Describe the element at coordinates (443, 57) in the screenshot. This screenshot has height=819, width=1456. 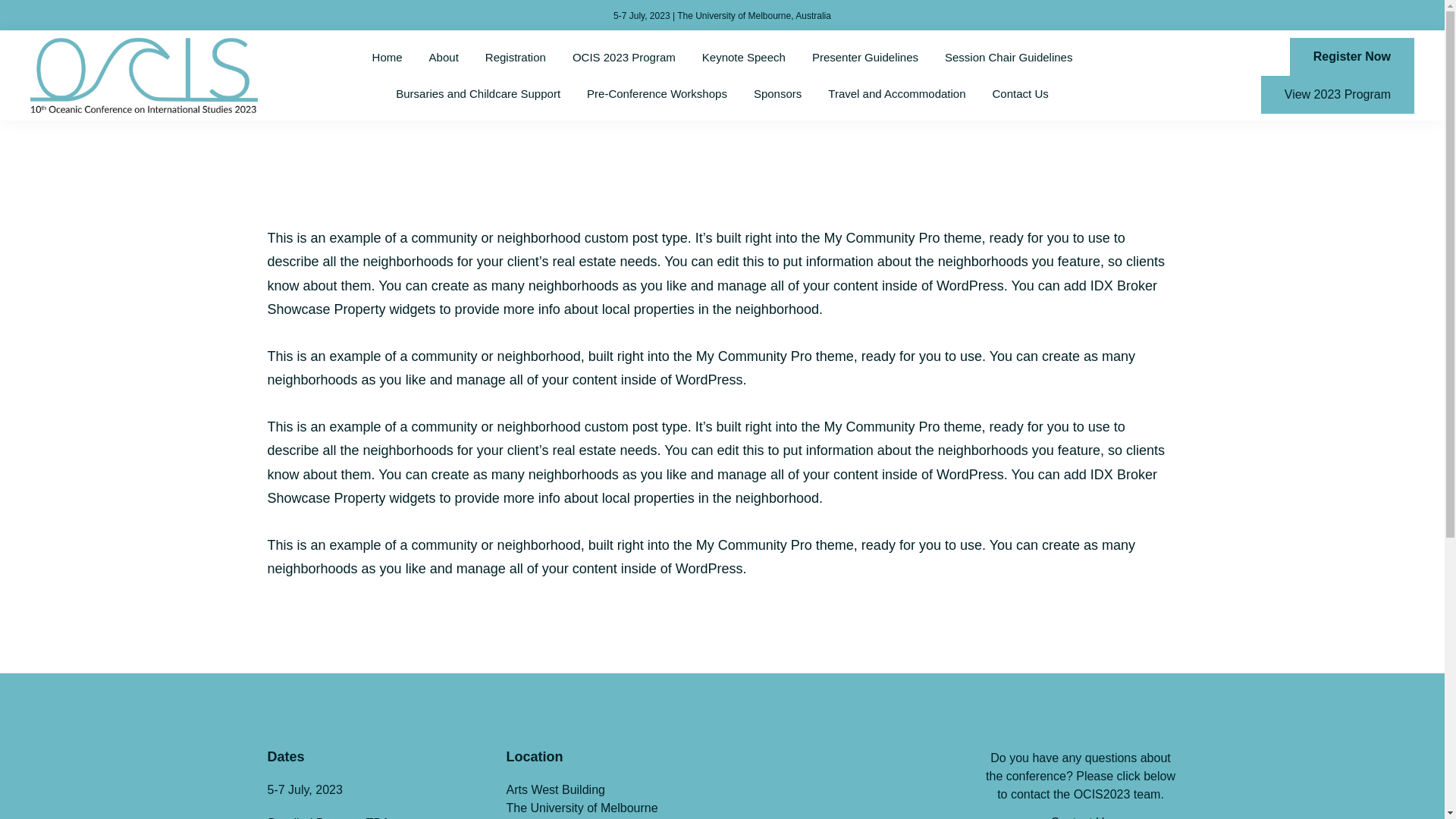
I see `'About'` at that location.